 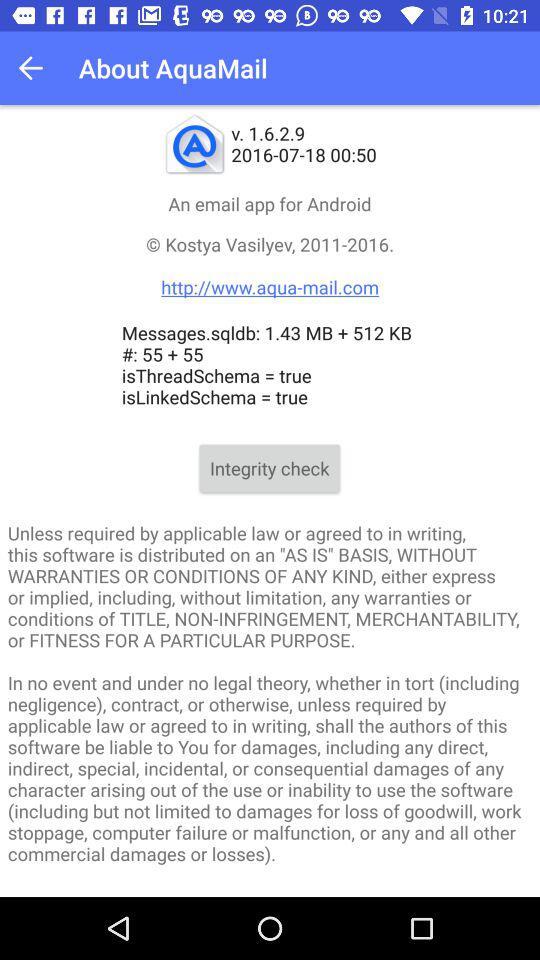 I want to click on icon above the an email app item, so click(x=36, y=68).